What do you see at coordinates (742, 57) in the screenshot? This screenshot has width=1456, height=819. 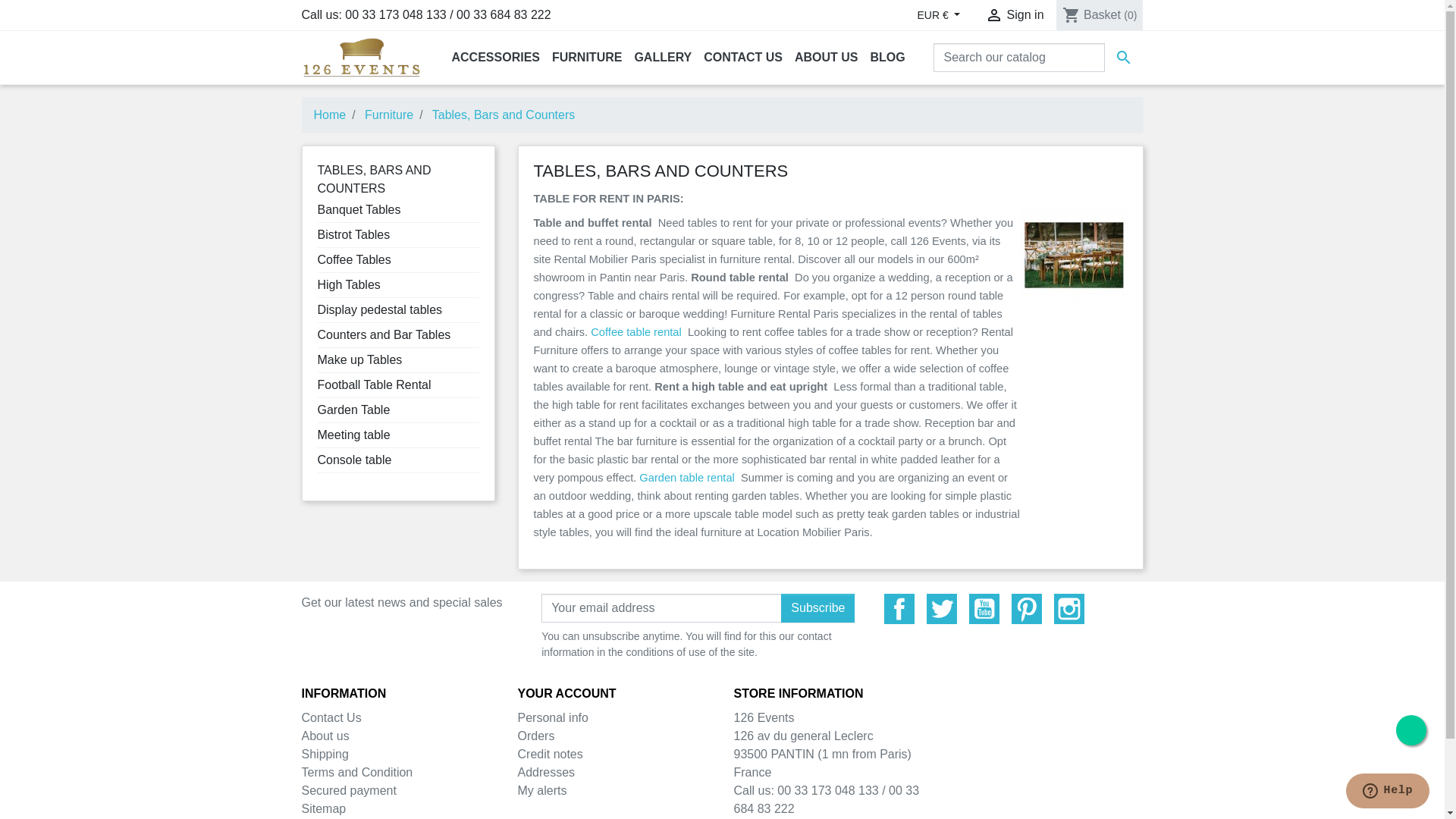 I see `'CONTACT US'` at bounding box center [742, 57].